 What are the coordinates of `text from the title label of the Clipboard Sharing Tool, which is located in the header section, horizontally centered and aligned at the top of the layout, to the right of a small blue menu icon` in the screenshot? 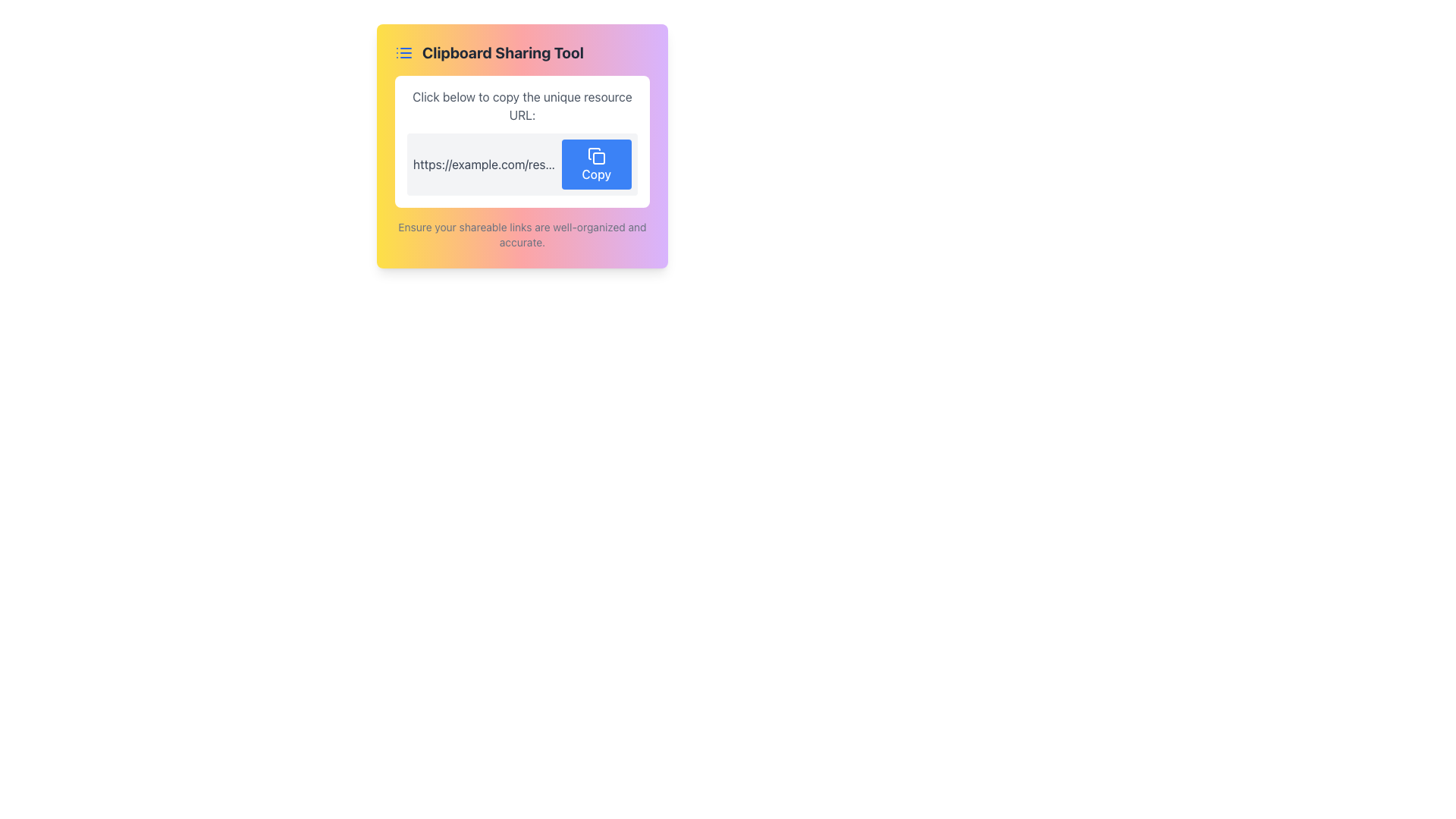 It's located at (503, 52).